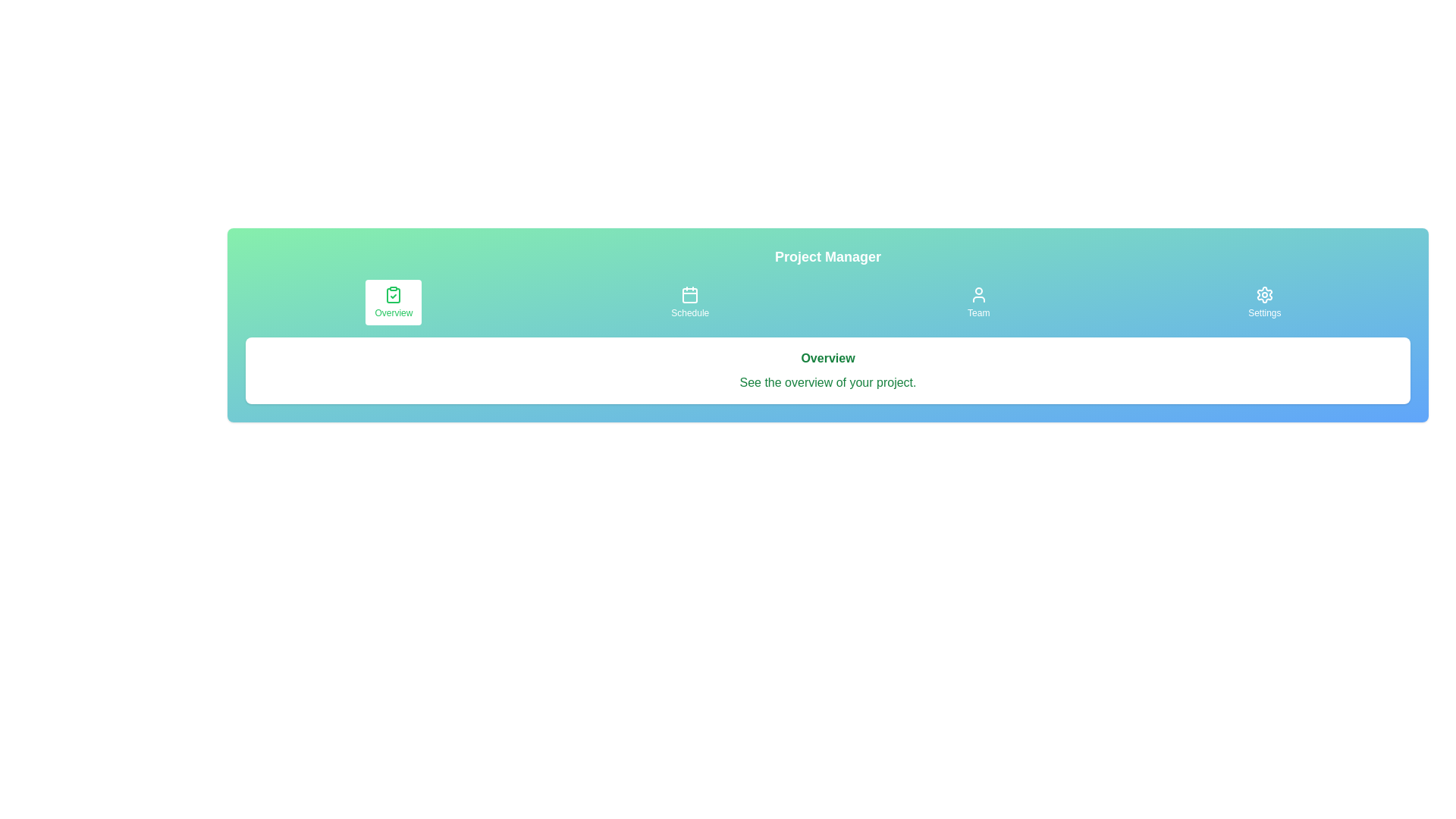 The height and width of the screenshot is (819, 1456). I want to click on the settings icon, which is a gear or cog wheel located in the top-right corner of the navigation bar, so click(1263, 295).